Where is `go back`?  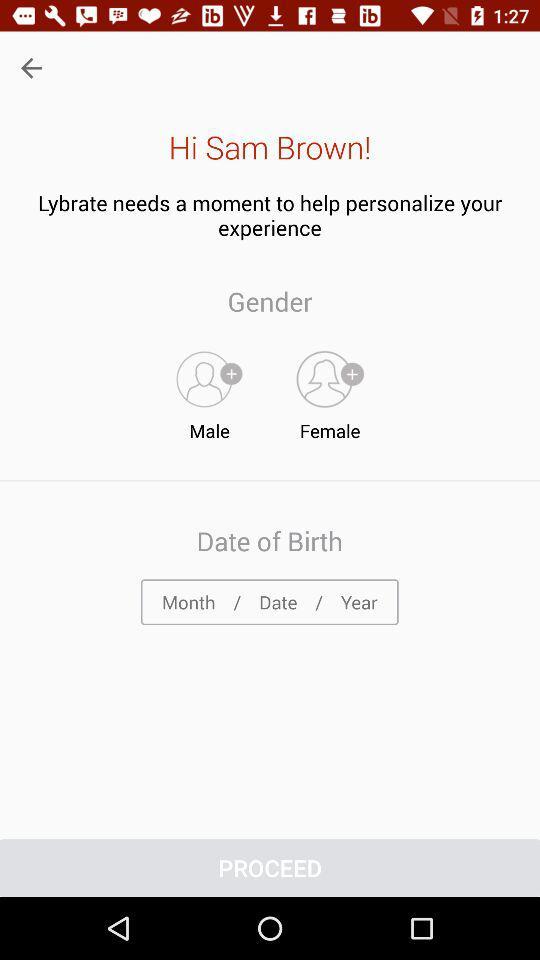
go back is located at coordinates (30, 68).